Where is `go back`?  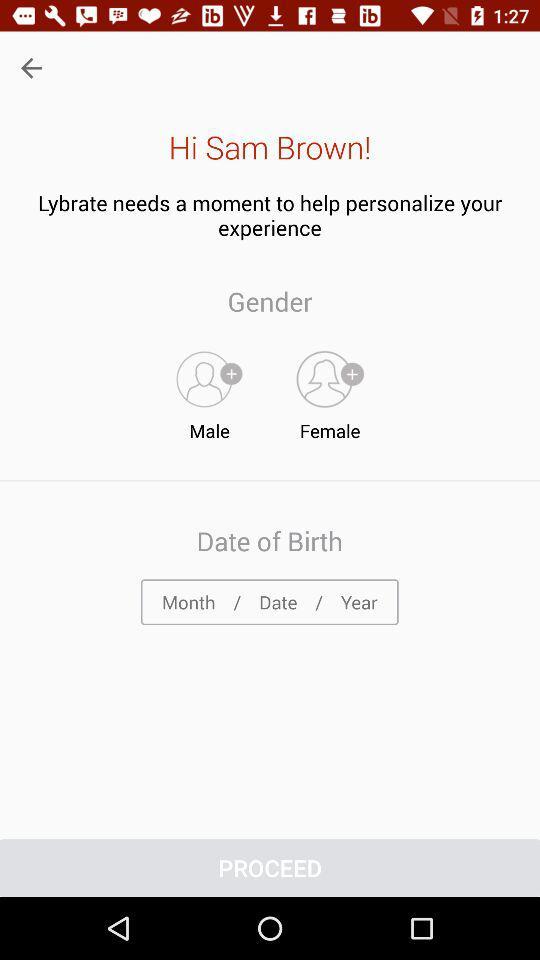
go back is located at coordinates (30, 68).